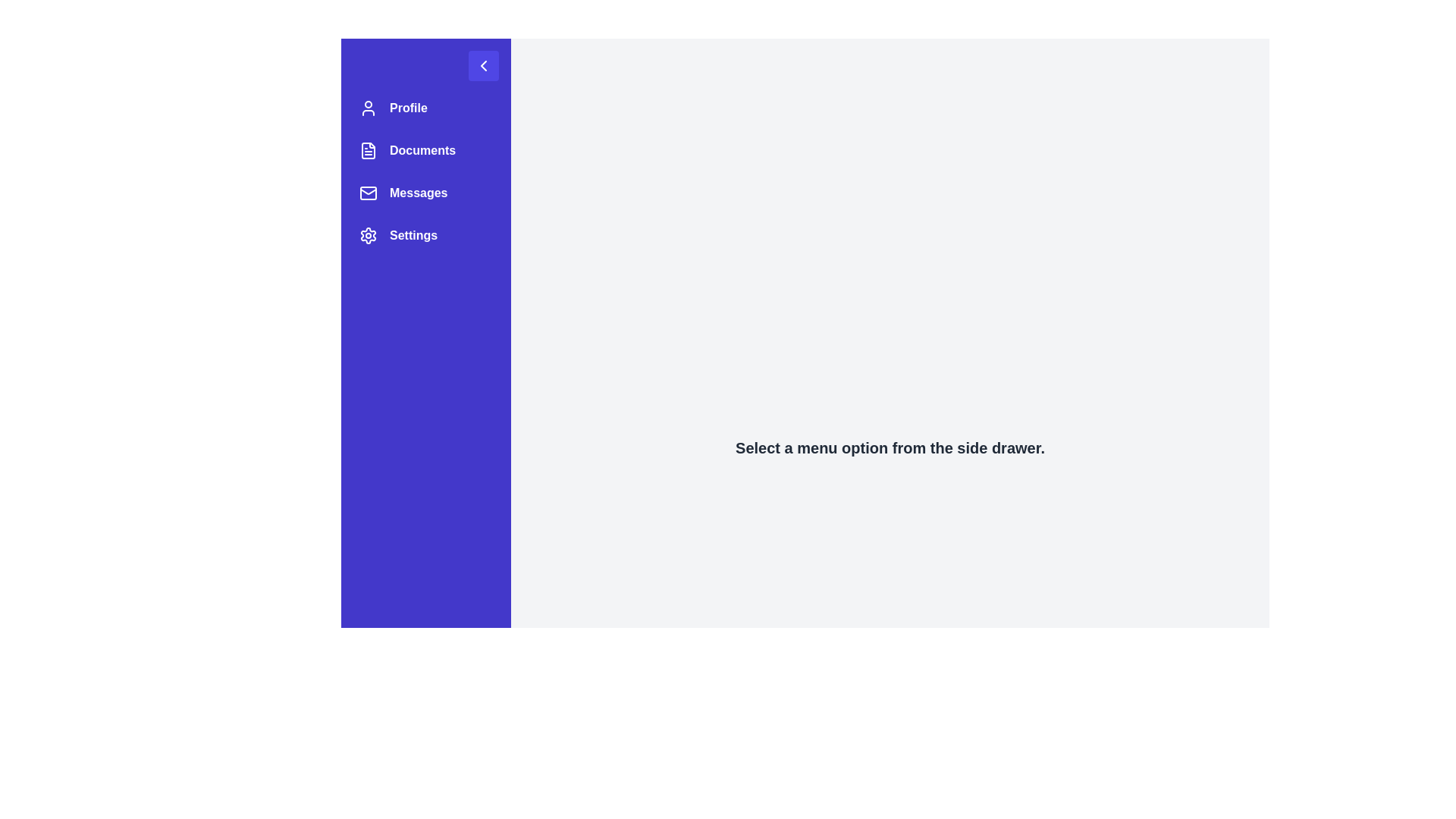 The image size is (1456, 819). Describe the element at coordinates (483, 65) in the screenshot. I see `the left-facing chevron arrow icon button with a bold white stroke on a dark purple background` at that location.